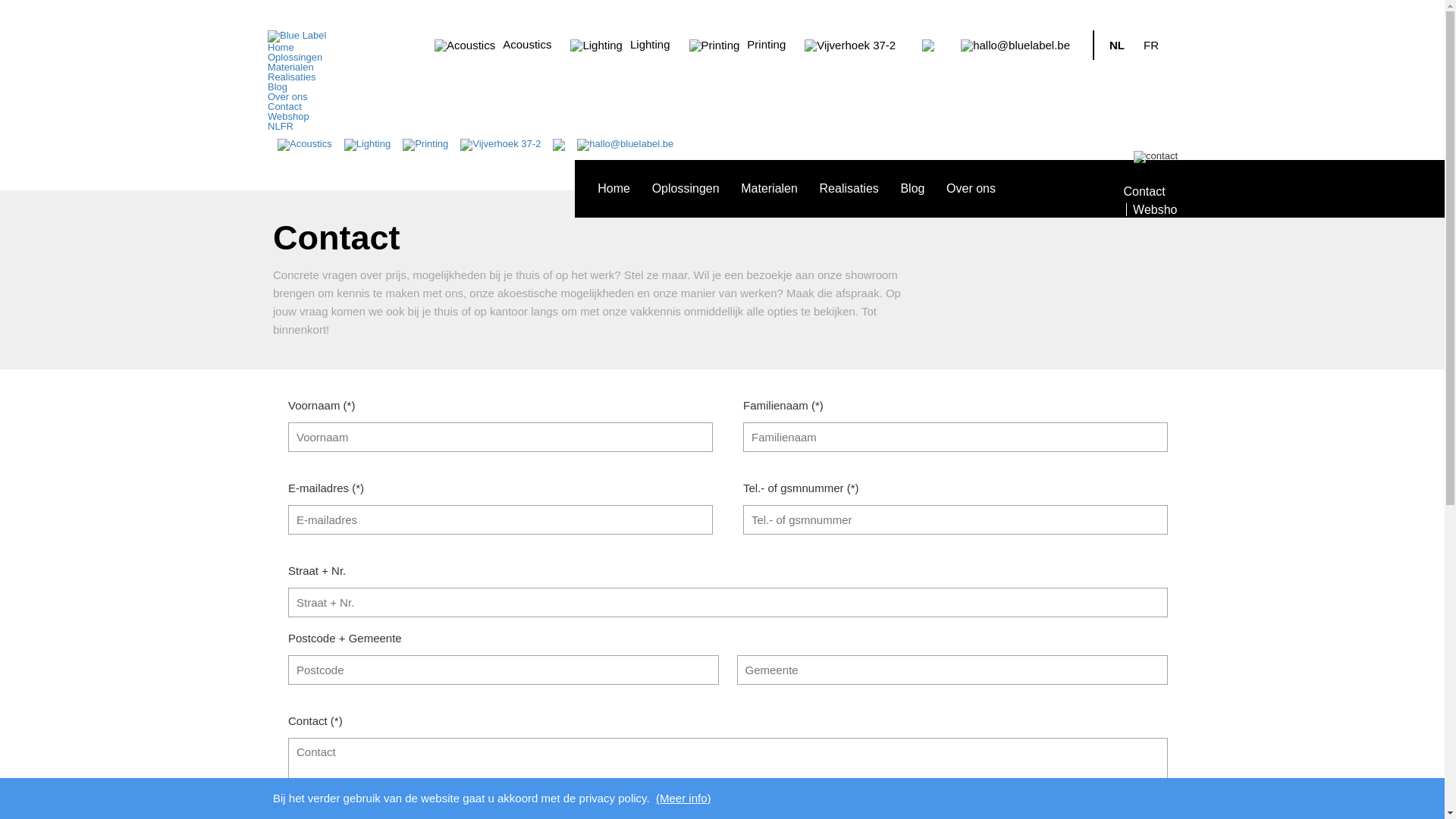 Image resolution: width=1456 pixels, height=819 pixels. I want to click on 'FR', so click(1150, 44).